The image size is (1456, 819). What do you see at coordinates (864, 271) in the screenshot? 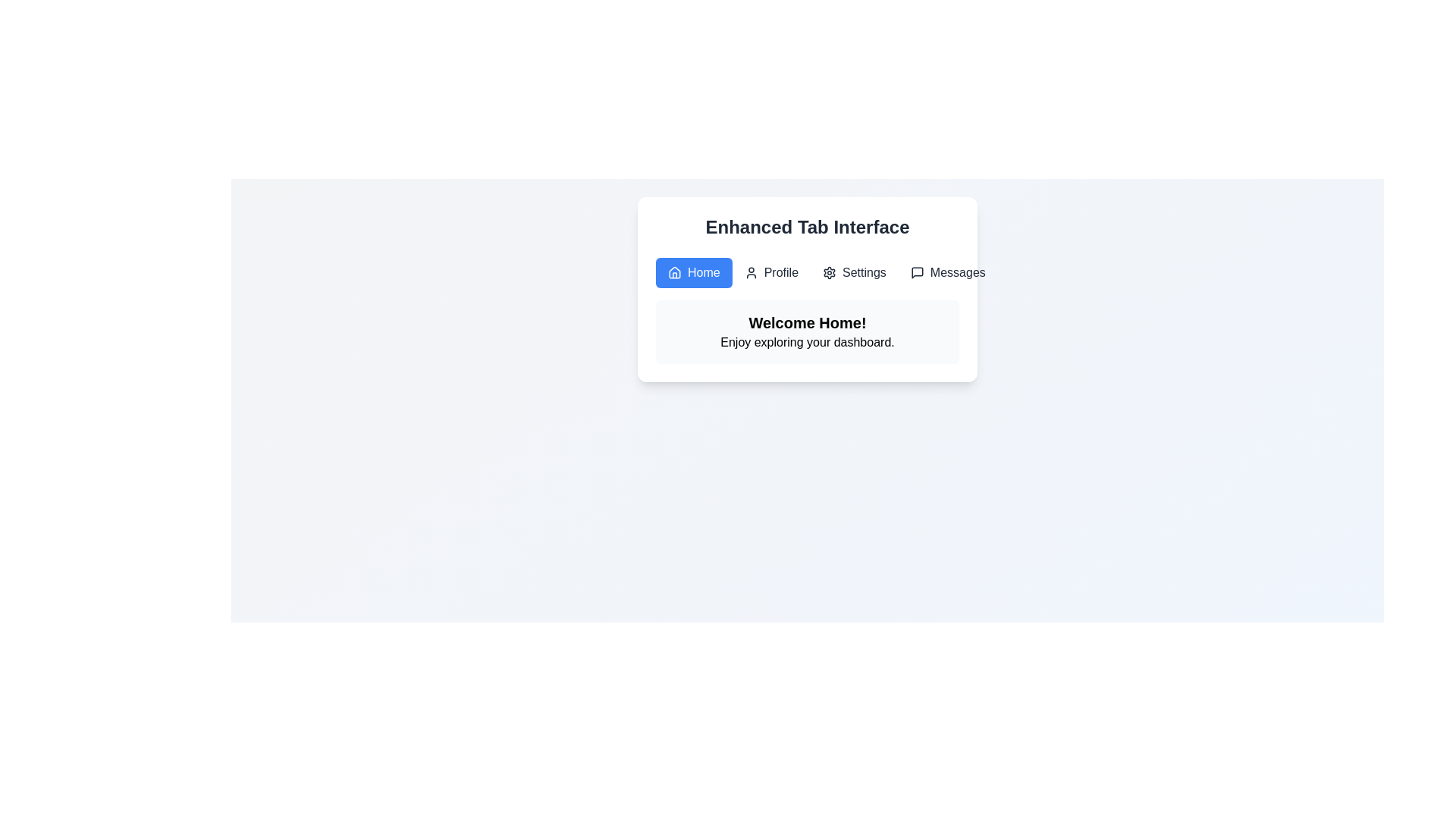
I see `the 'Settings' tab in the upper central section of the card` at bounding box center [864, 271].